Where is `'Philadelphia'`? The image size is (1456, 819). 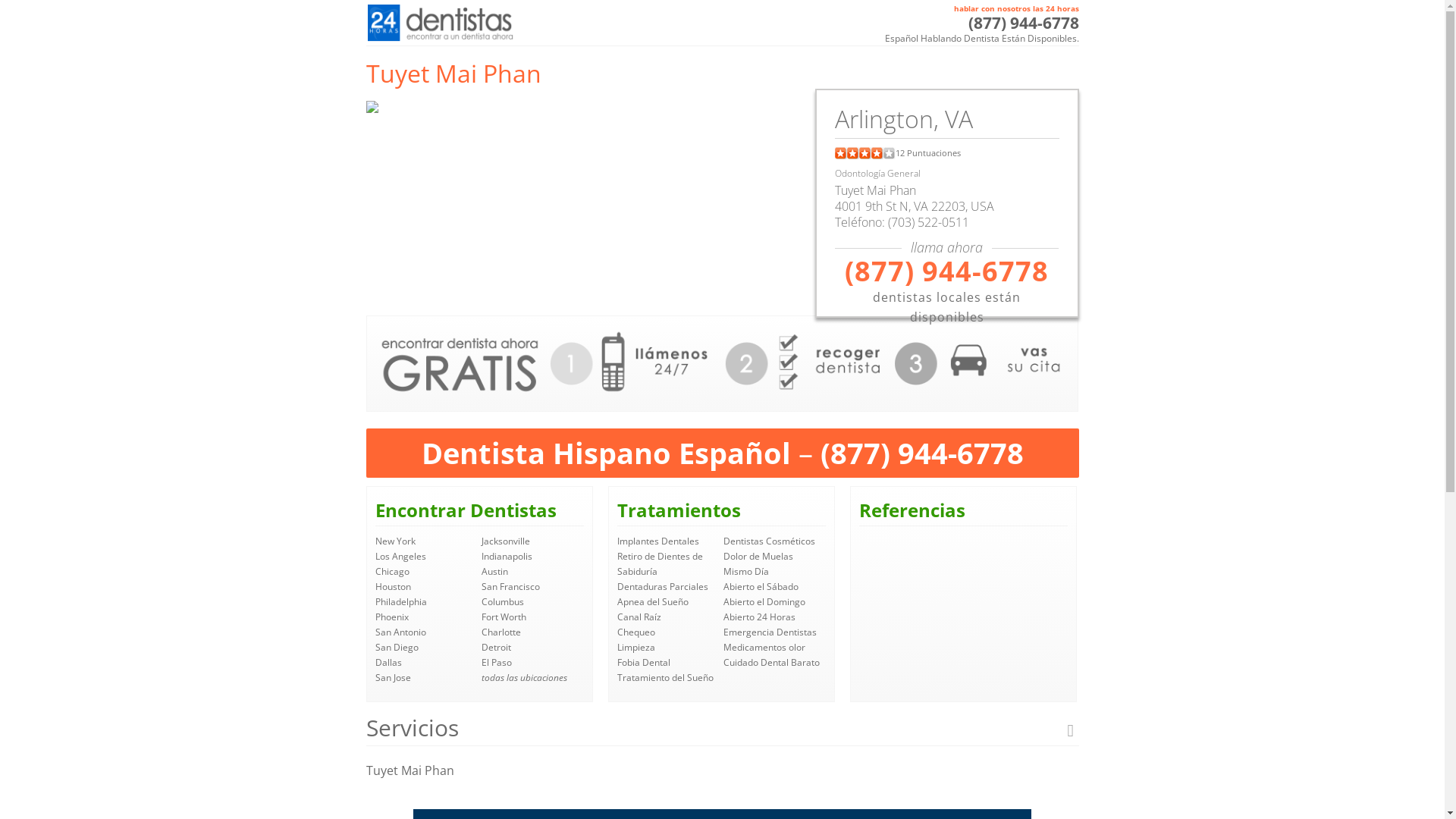
'Philadelphia' is located at coordinates (375, 601).